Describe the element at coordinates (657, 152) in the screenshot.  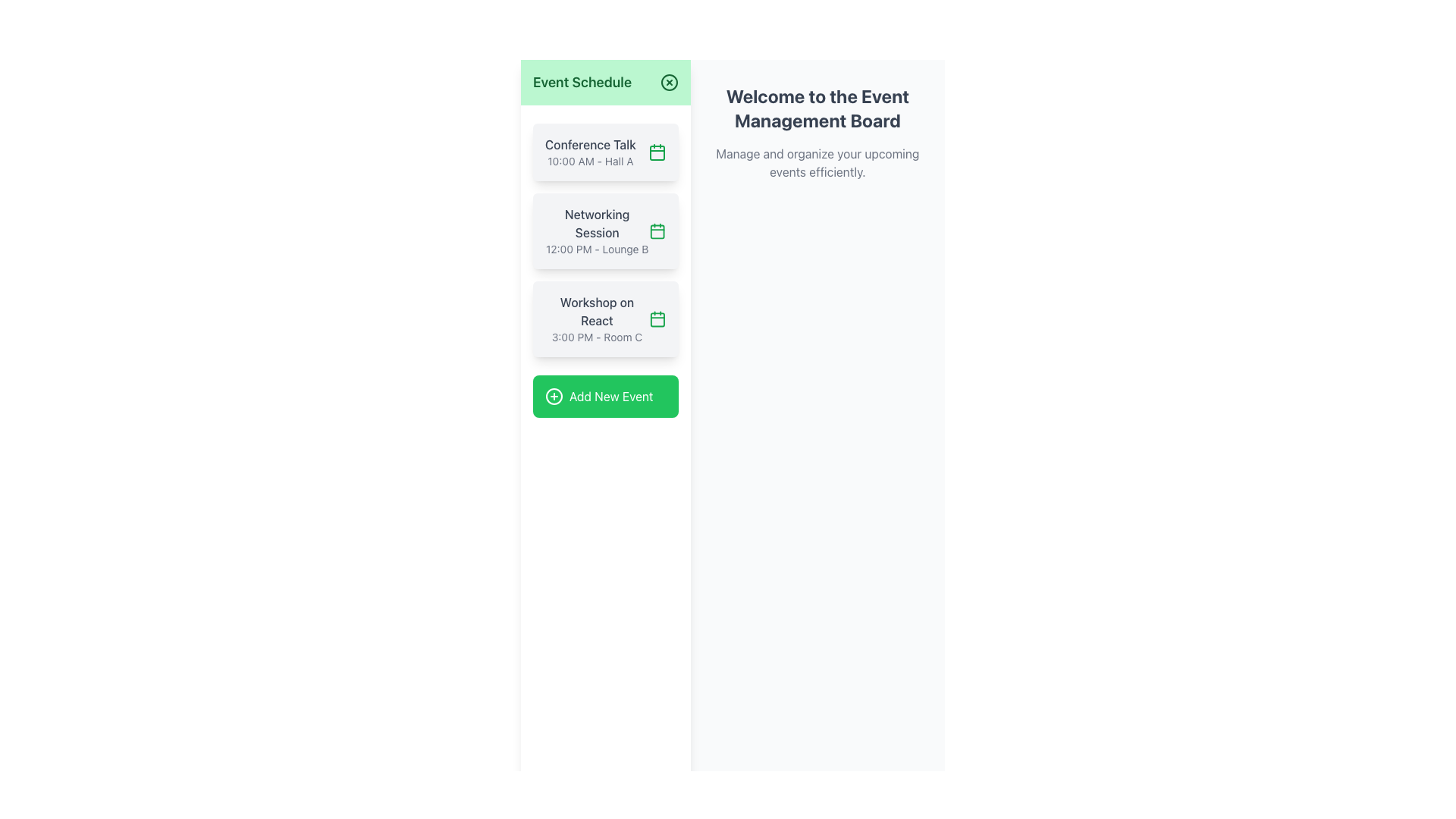
I see `the decorative component of the calendar icon next to the event titled 'Conference Talk' in the event schedule list on the left panel` at that location.